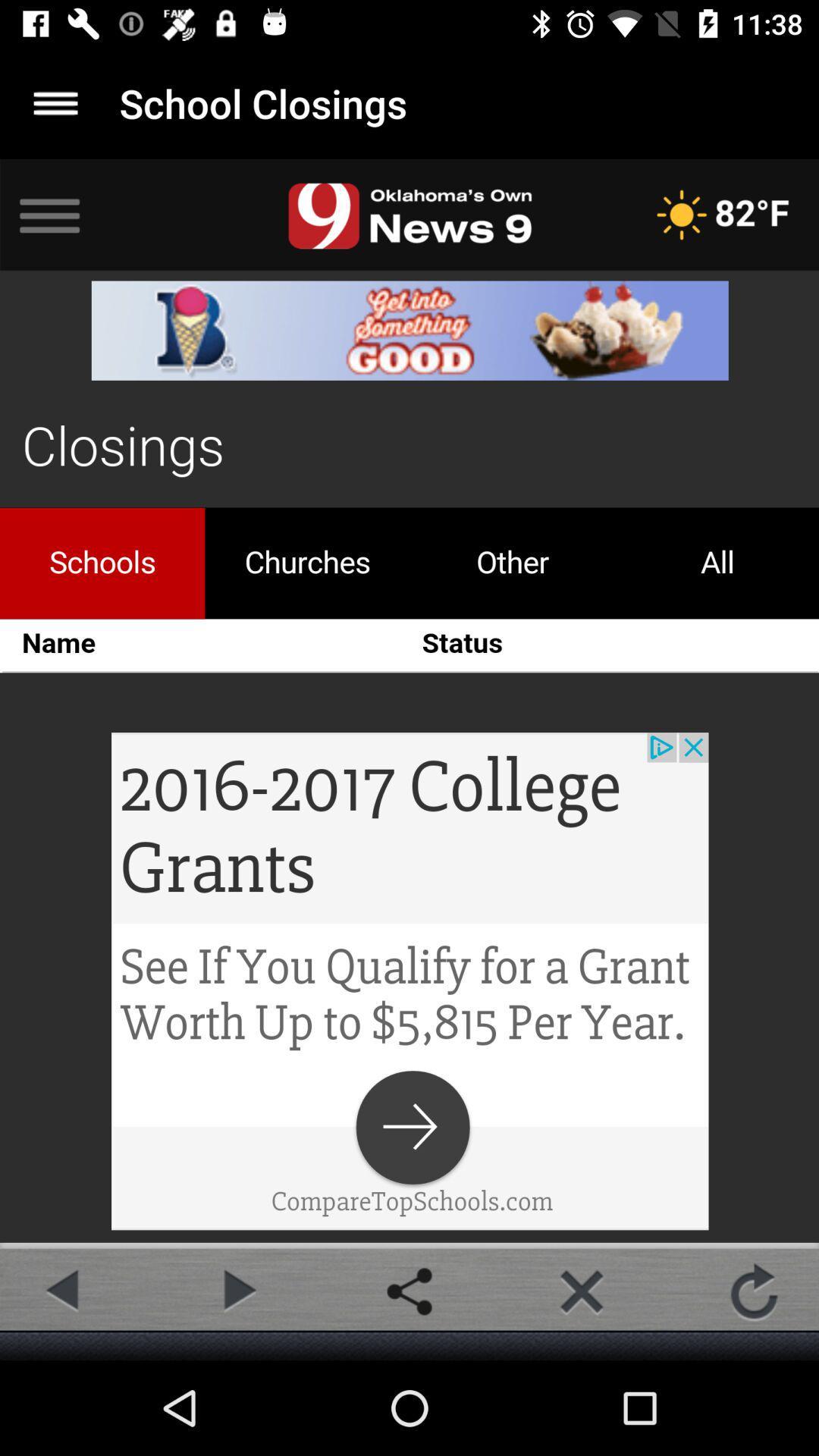 The width and height of the screenshot is (819, 1456). I want to click on previous, so click(64, 1291).